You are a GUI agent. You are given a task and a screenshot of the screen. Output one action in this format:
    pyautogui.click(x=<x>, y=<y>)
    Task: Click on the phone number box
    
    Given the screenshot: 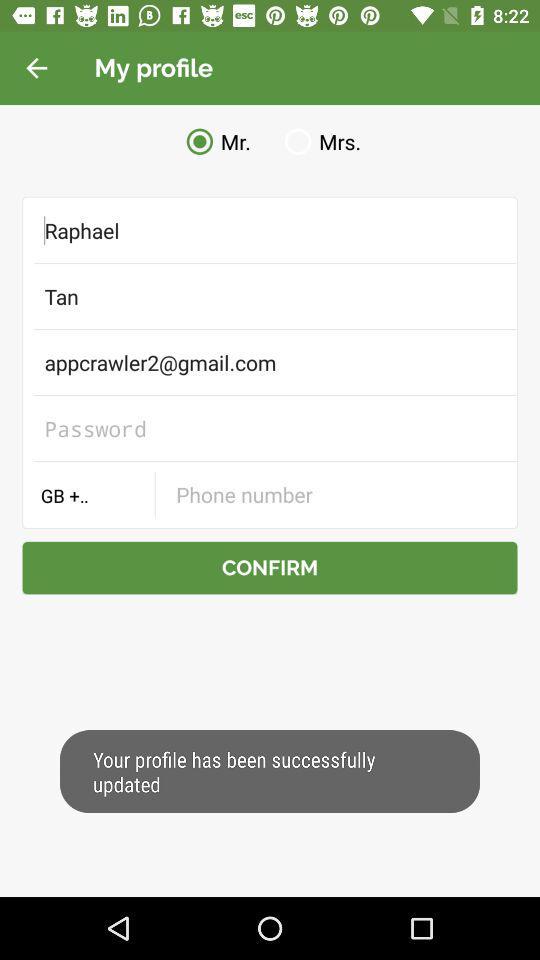 What is the action you would take?
    pyautogui.click(x=335, y=493)
    